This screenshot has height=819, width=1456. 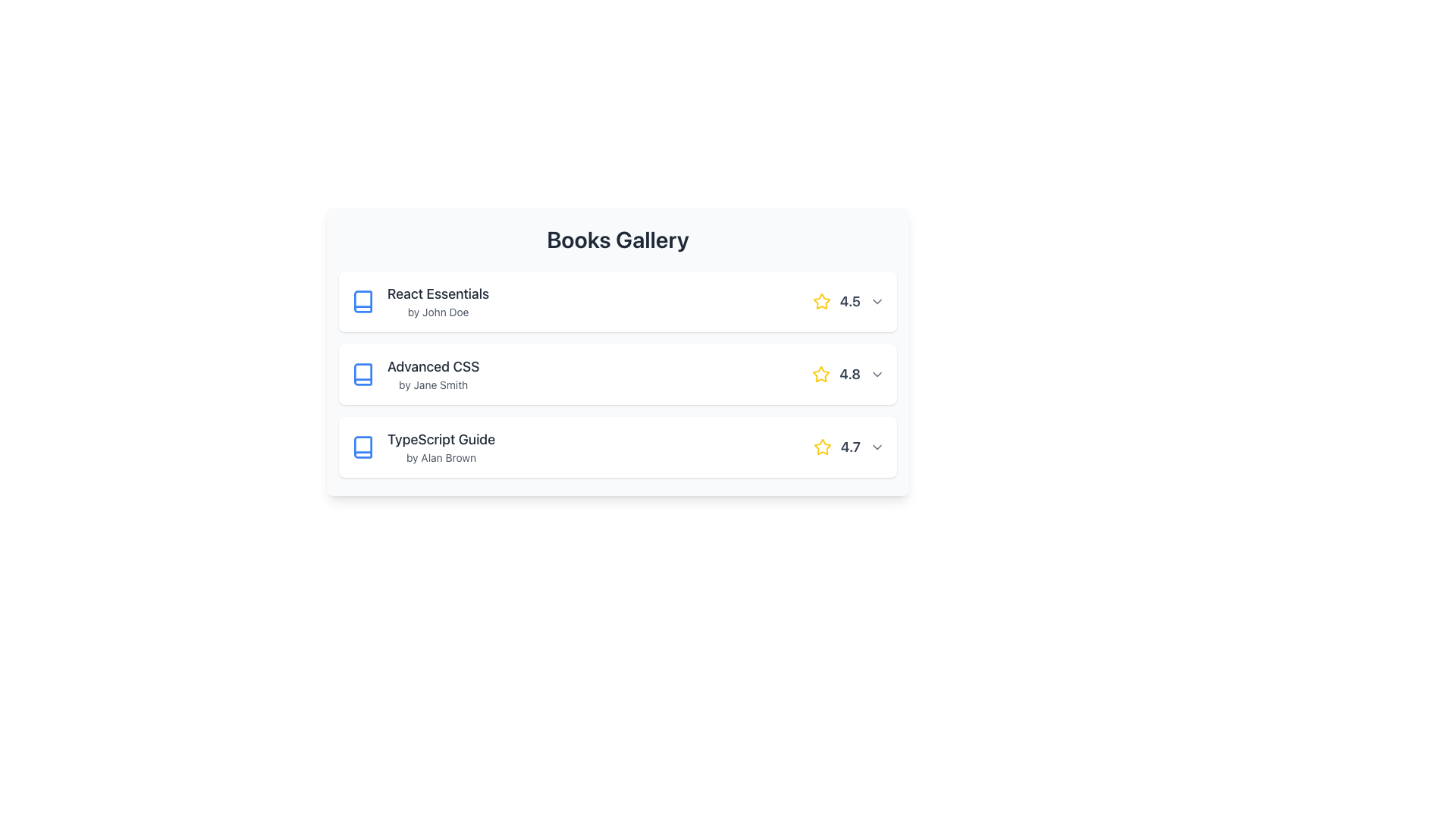 I want to click on the dropdown arrow of the Rating display for the book 'React Essentials' by 'John Doe' to see options, so click(x=848, y=301).